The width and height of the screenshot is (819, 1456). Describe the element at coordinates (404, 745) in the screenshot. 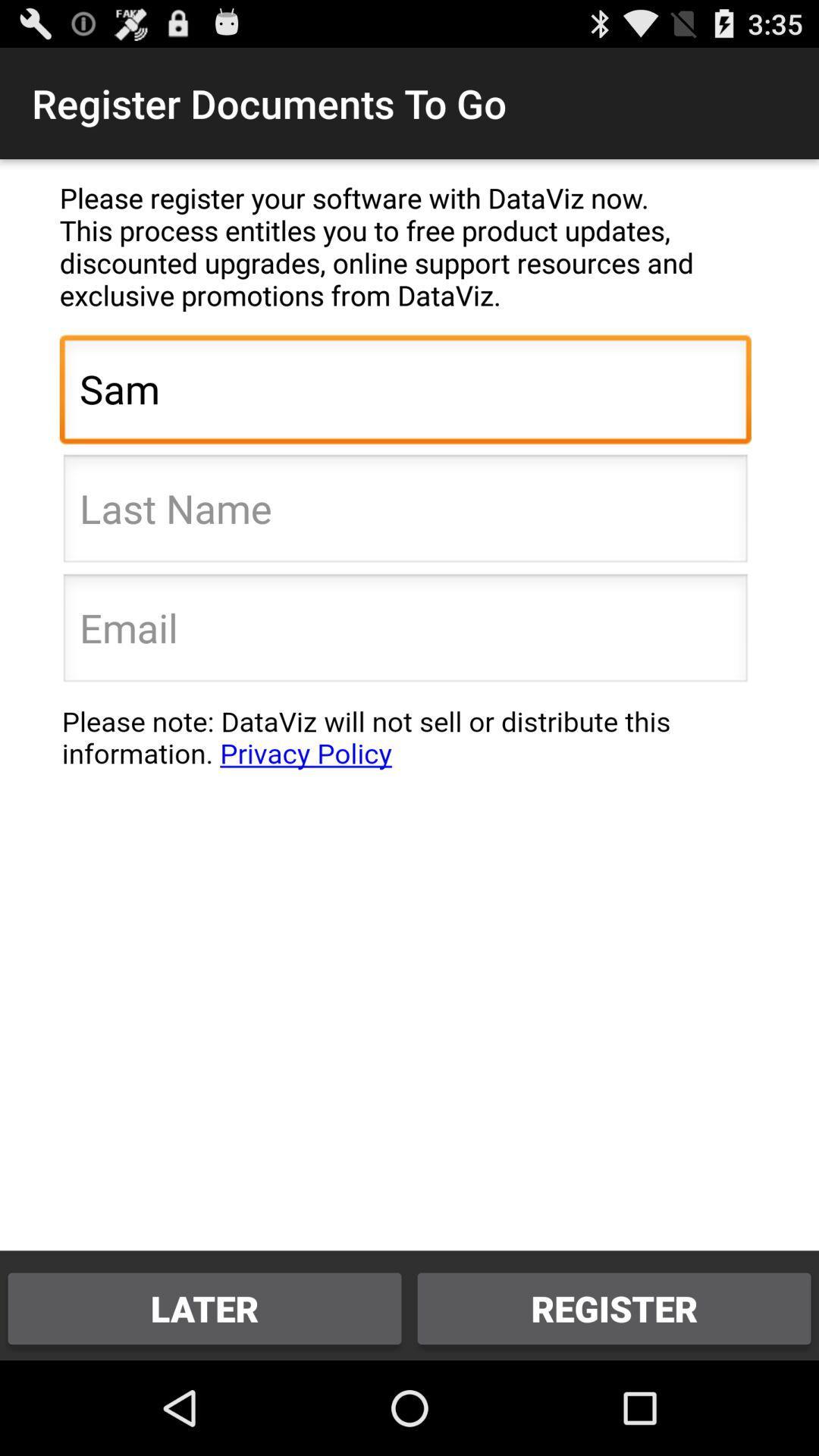

I see `respect your privacy` at that location.